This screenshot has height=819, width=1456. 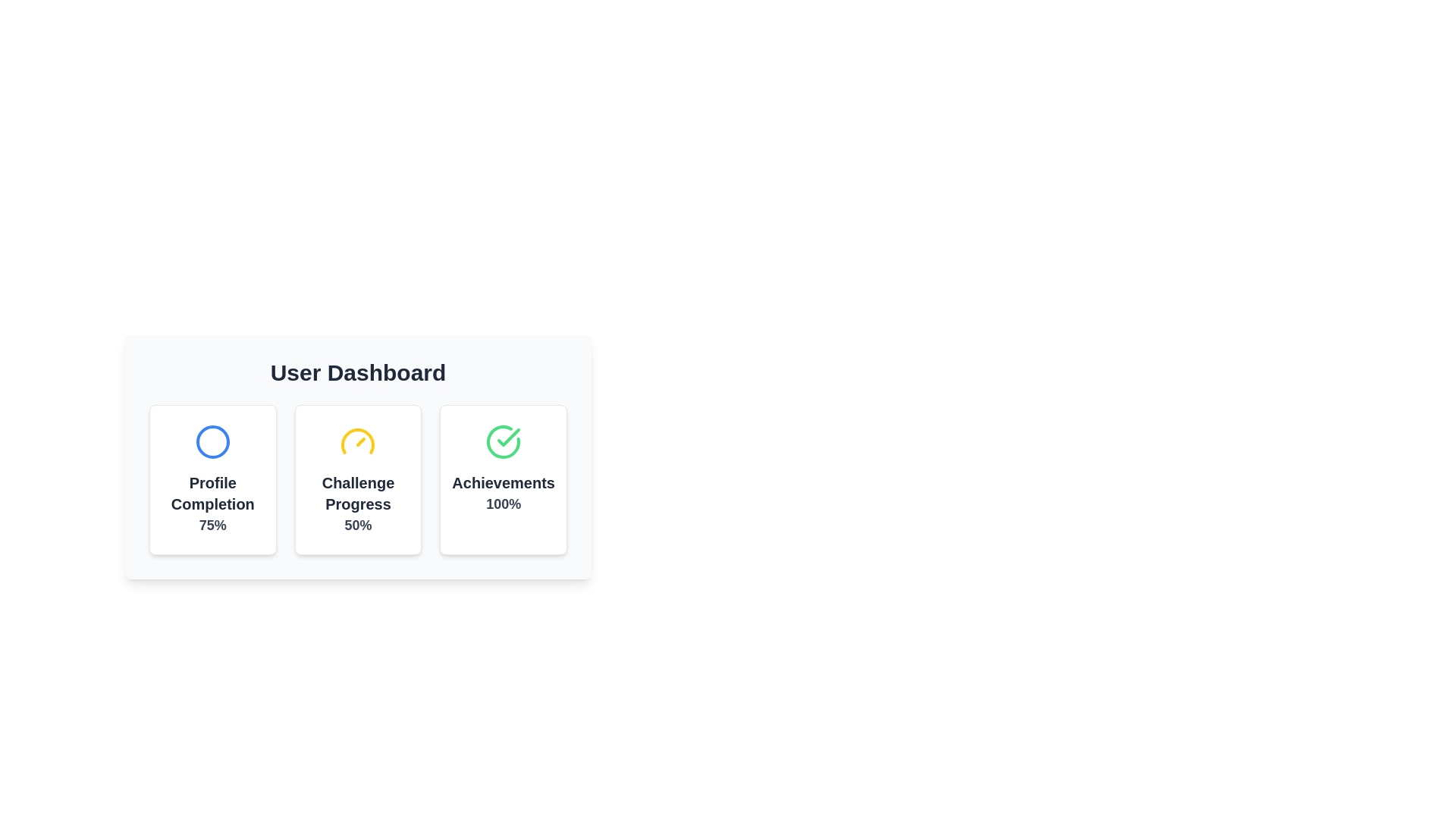 I want to click on the text label that denotes the header for the progress metric in the second card from the left in the 'User Dashboard', which is positioned centrally below the yellow gauge icon and above the text '50%, so click(x=357, y=494).